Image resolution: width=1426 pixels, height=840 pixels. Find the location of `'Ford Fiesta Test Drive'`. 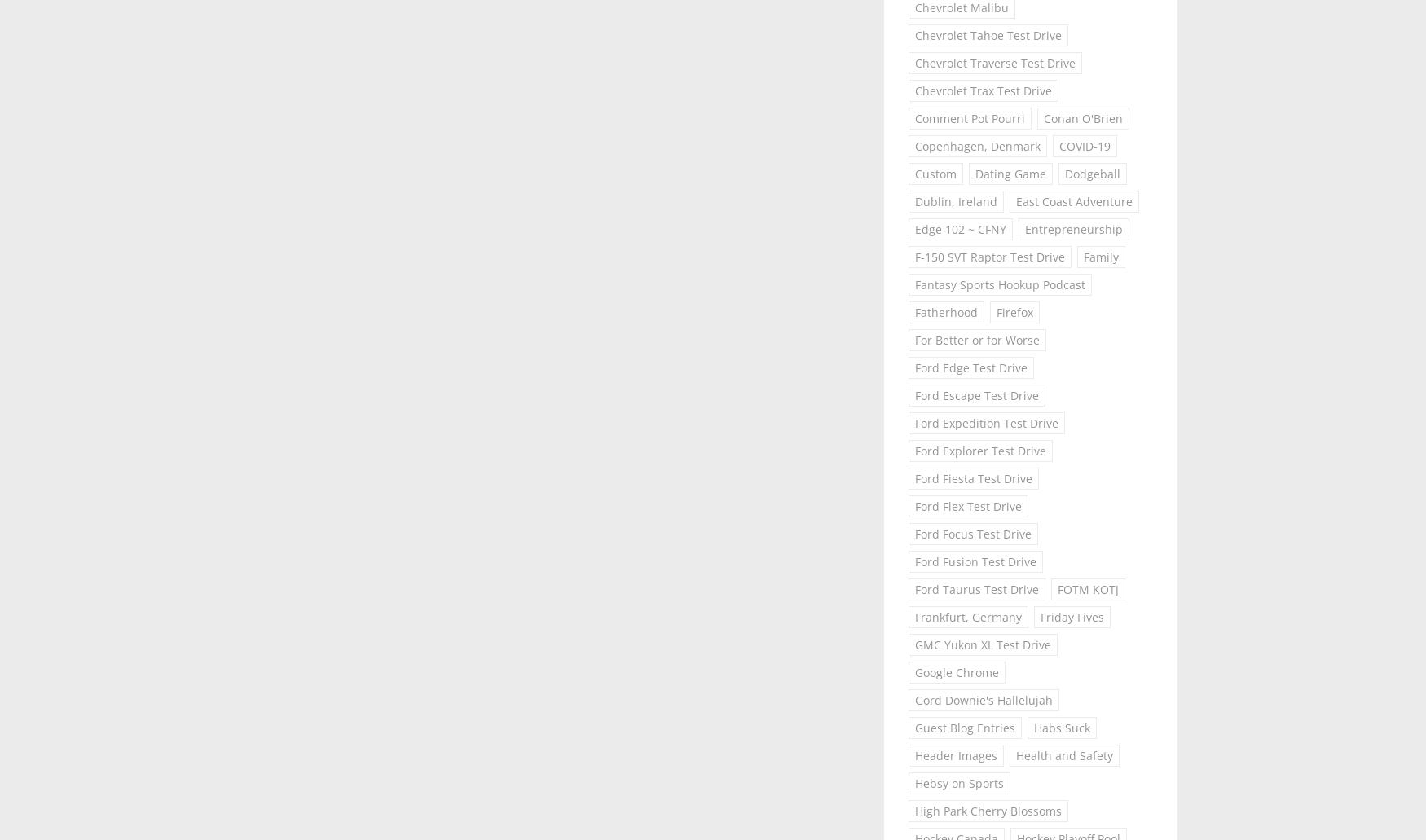

'Ford Fiesta Test Drive' is located at coordinates (974, 477).